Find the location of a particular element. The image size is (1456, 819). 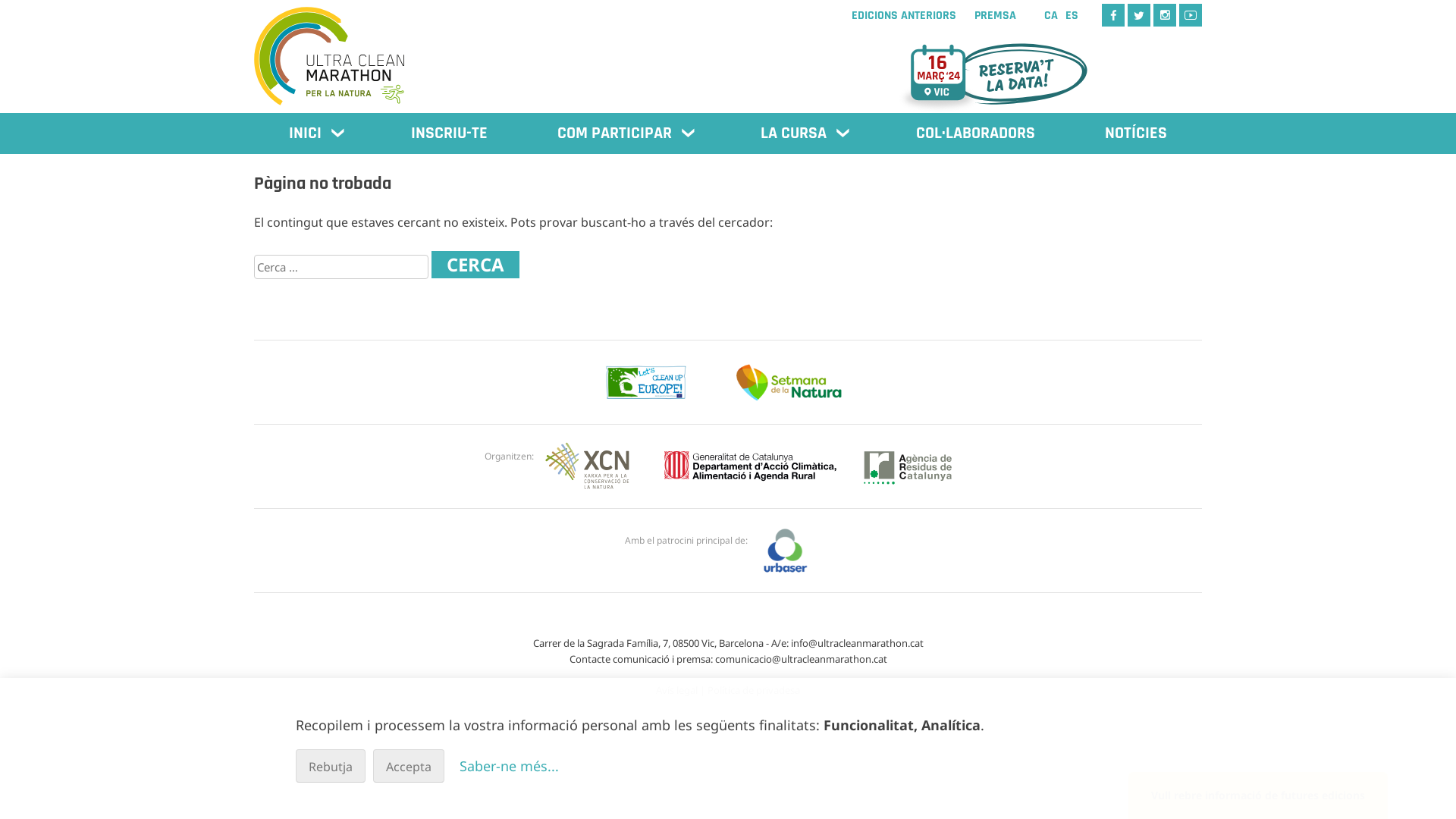

'comunicacio@ultracleanmarathon.cat' is located at coordinates (799, 657).